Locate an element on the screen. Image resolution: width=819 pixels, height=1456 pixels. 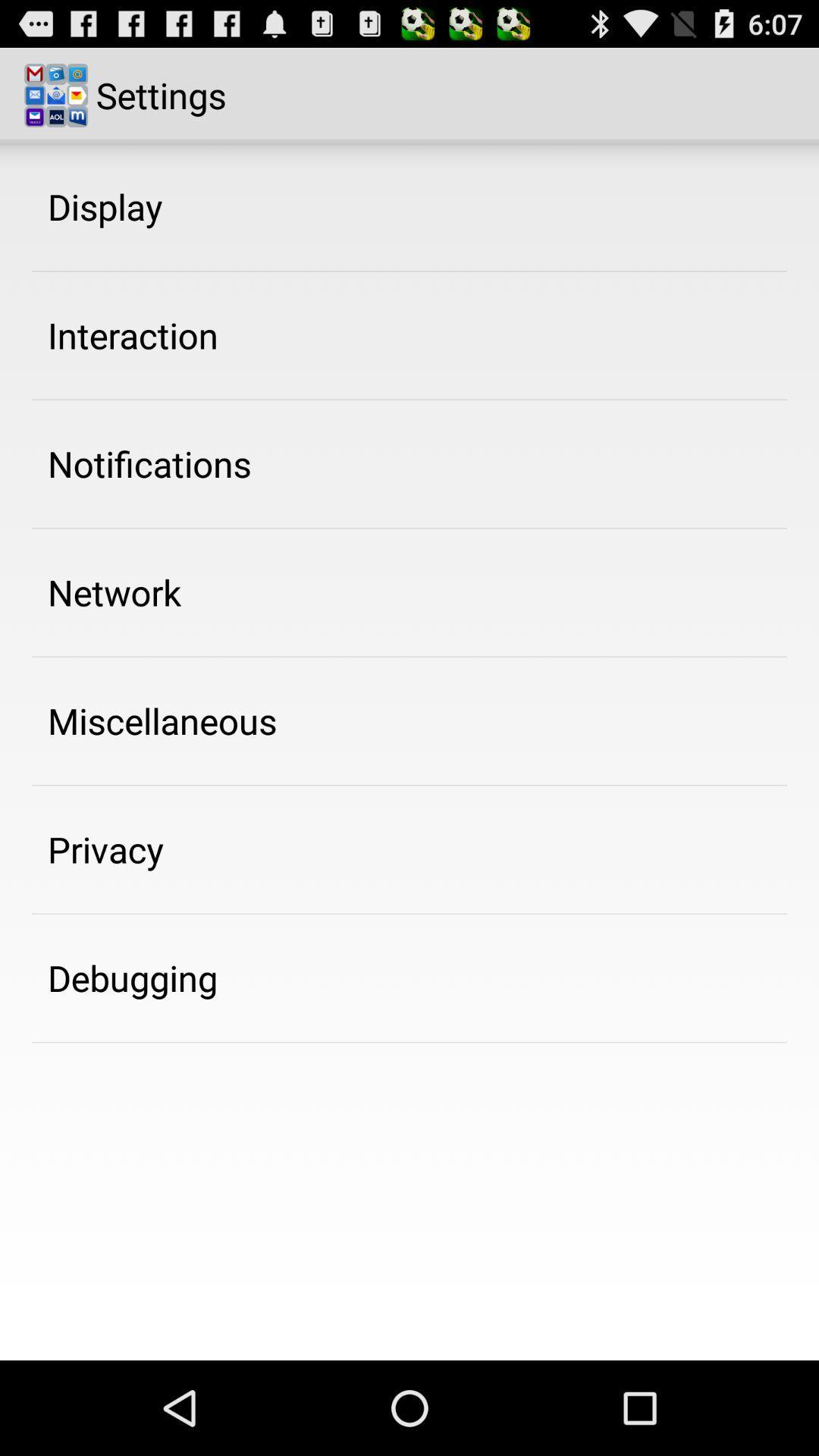
notifications icon is located at coordinates (149, 463).